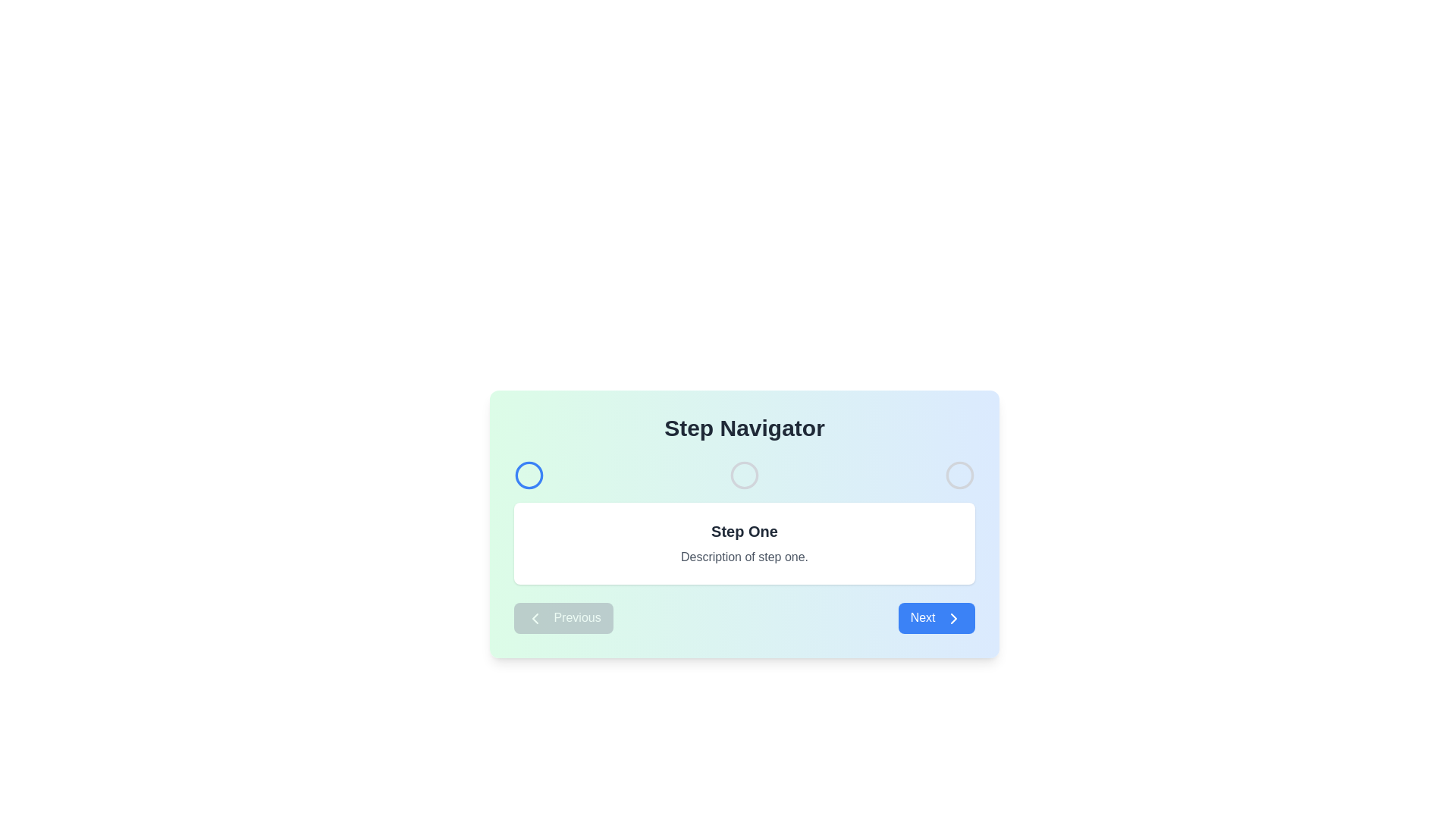 This screenshot has width=1456, height=819. What do you see at coordinates (959, 475) in the screenshot?
I see `the third step indicator in the Step Navigator` at bounding box center [959, 475].